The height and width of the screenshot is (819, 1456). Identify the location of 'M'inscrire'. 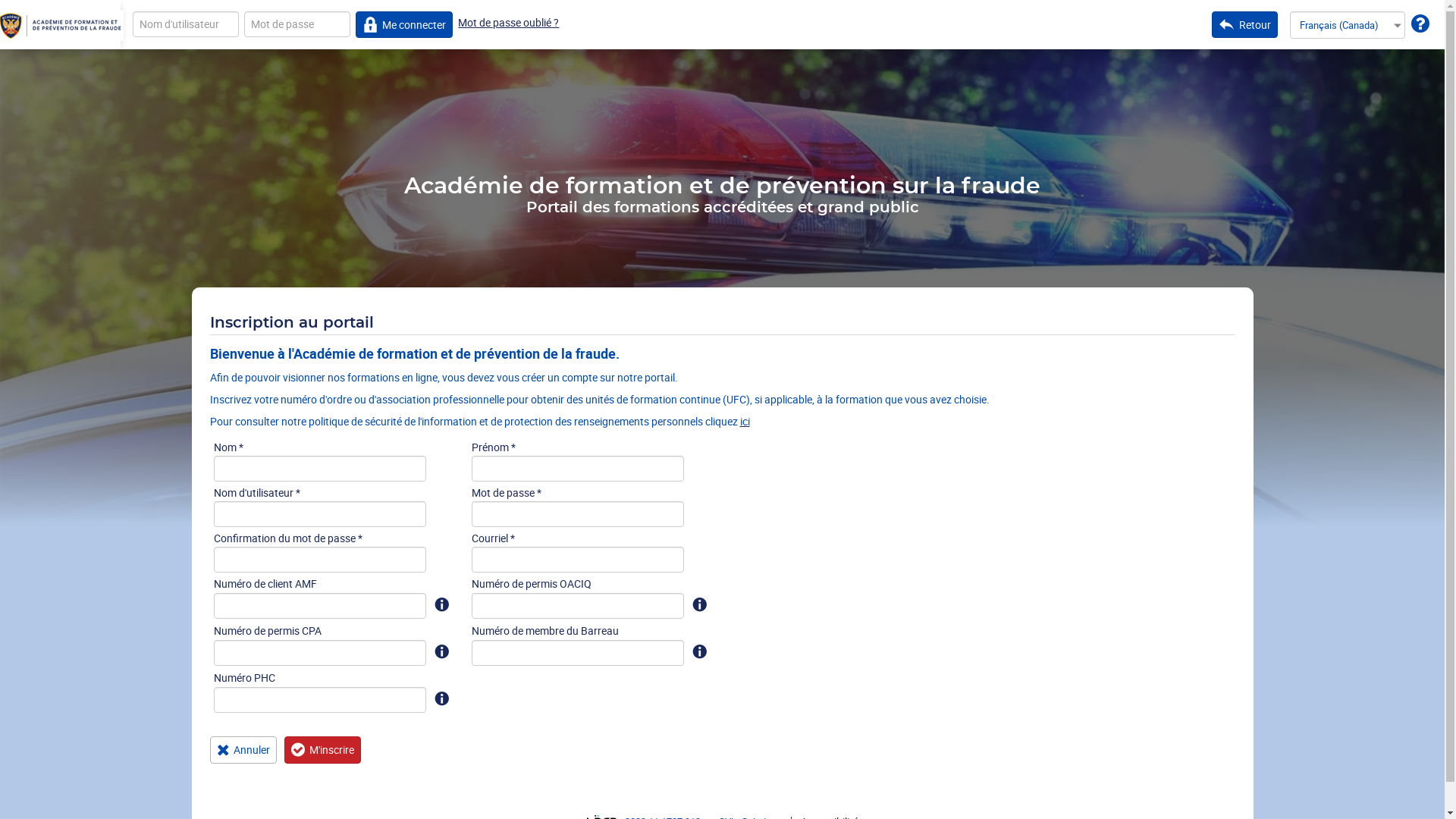
(322, 748).